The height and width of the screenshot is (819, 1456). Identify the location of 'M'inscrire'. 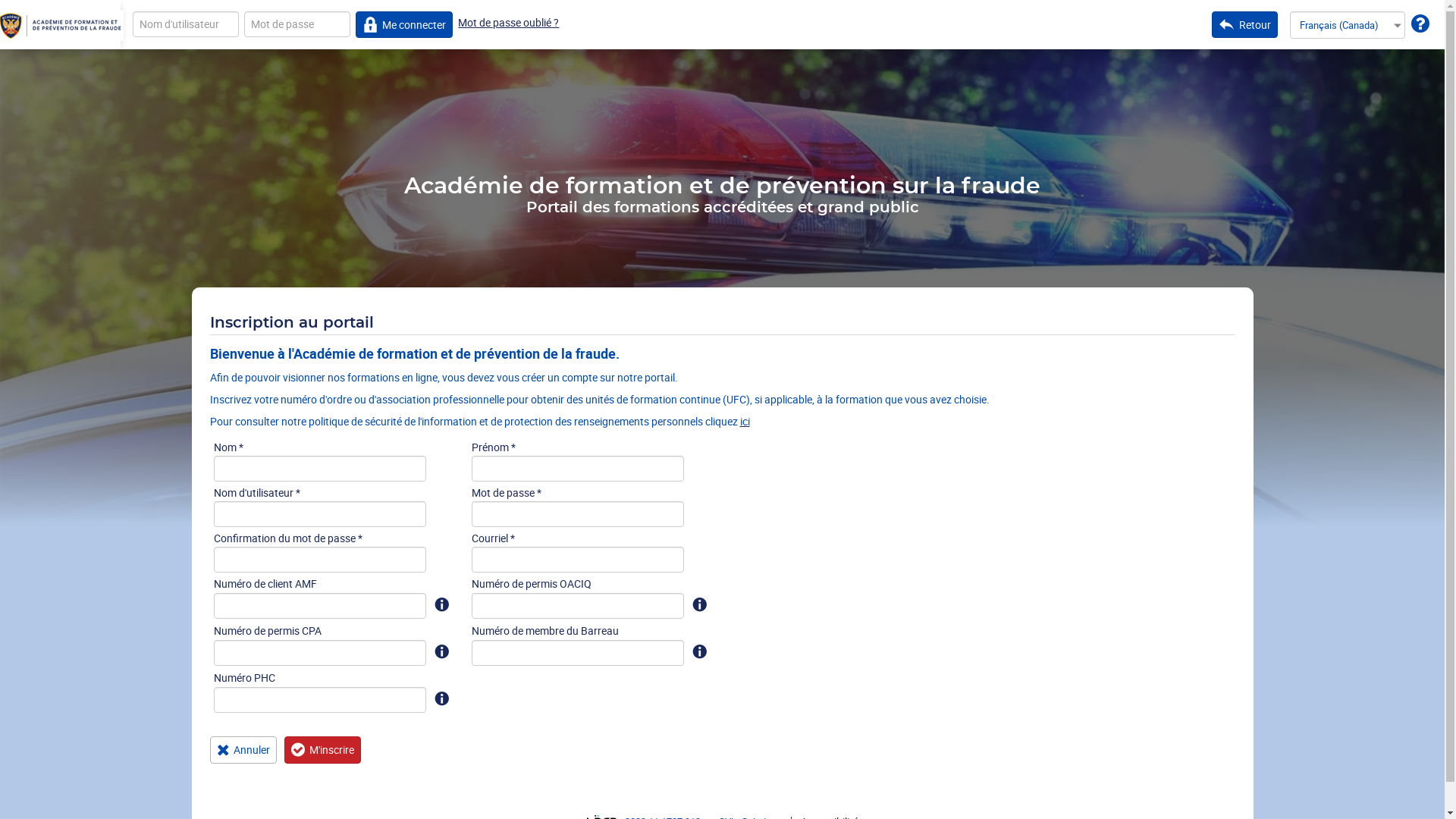
(322, 748).